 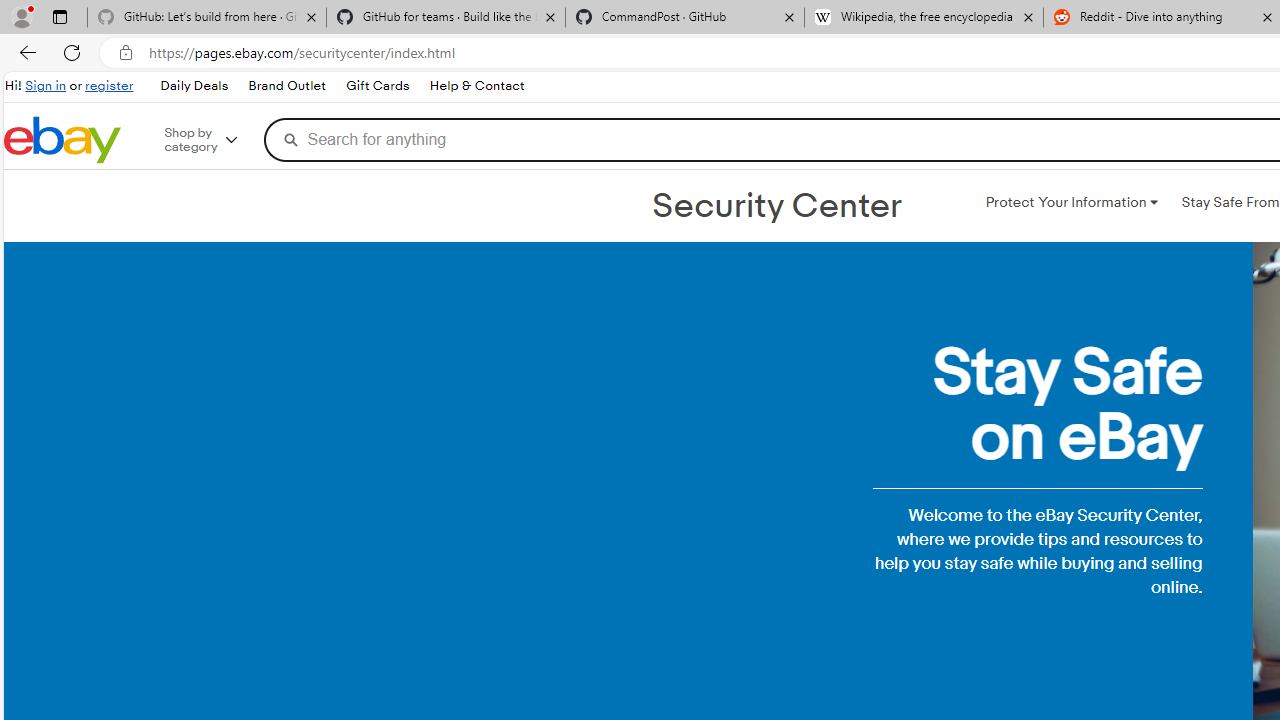 What do you see at coordinates (46, 85) in the screenshot?
I see `'Sign in'` at bounding box center [46, 85].